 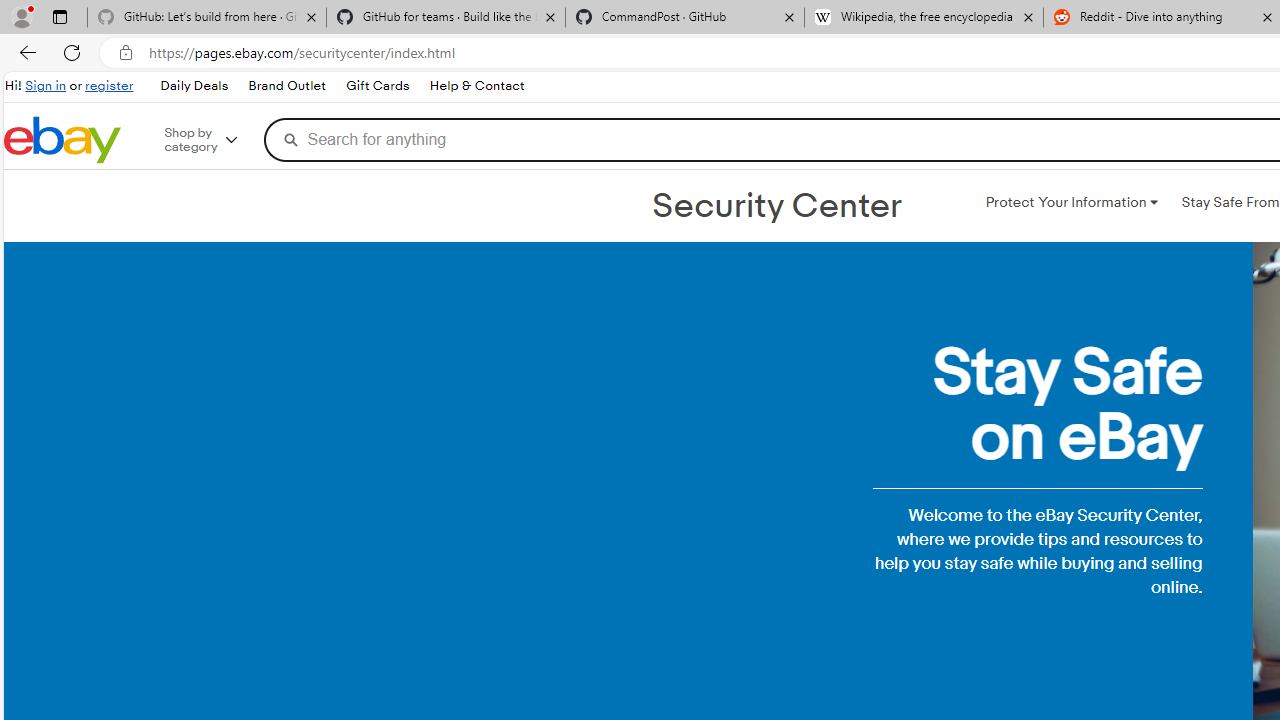 What do you see at coordinates (46, 85) in the screenshot?
I see `'Sign in'` at bounding box center [46, 85].